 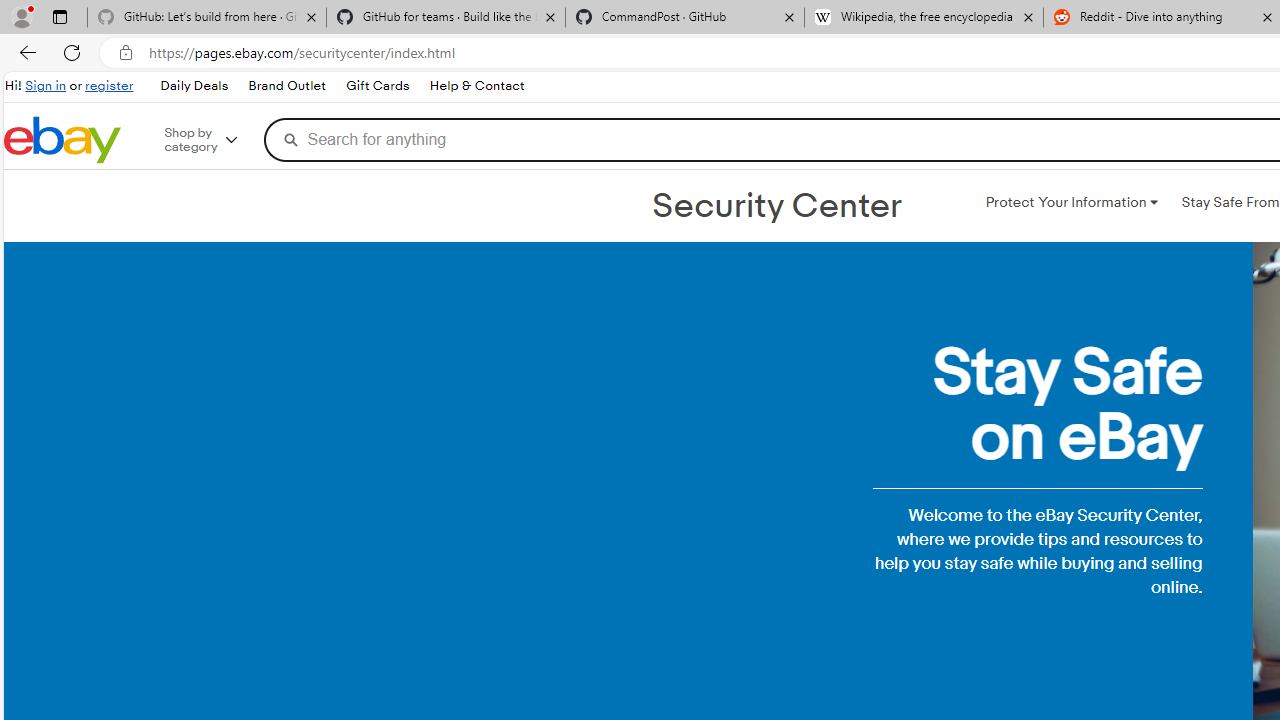 What do you see at coordinates (46, 85) in the screenshot?
I see `'Sign in'` at bounding box center [46, 85].